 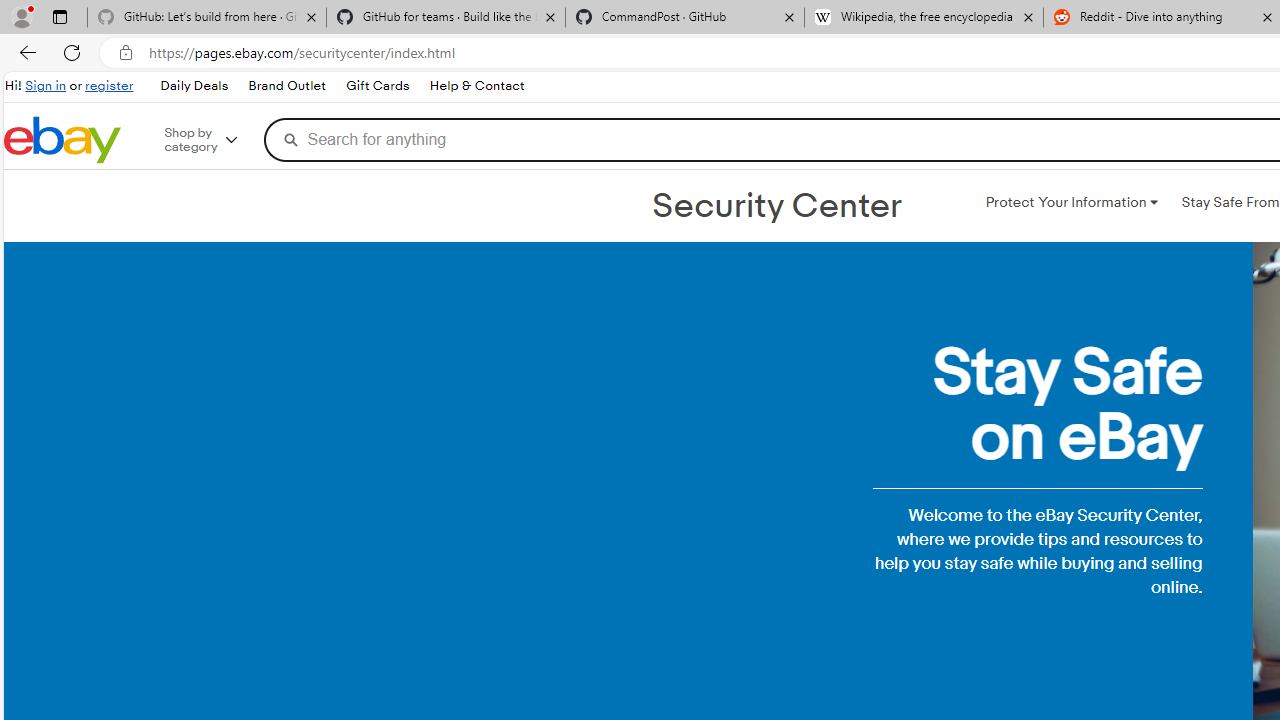 What do you see at coordinates (46, 85) in the screenshot?
I see `'Sign in'` at bounding box center [46, 85].